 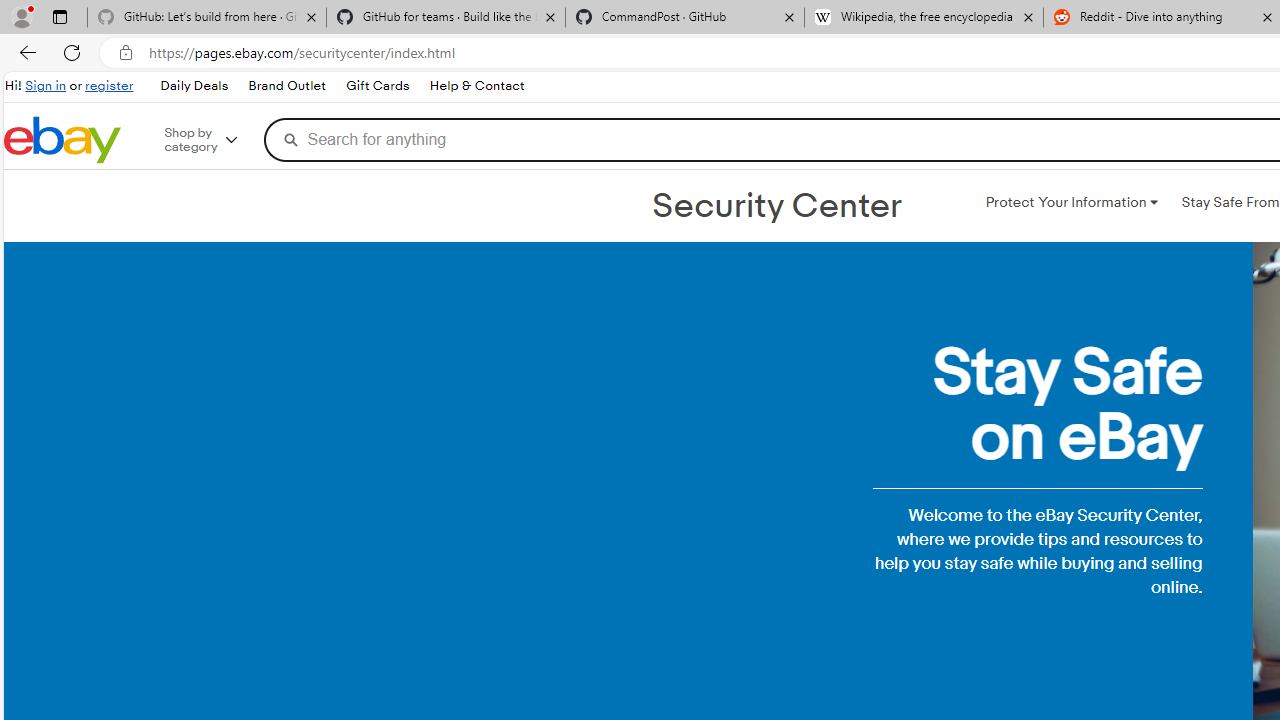 What do you see at coordinates (46, 85) in the screenshot?
I see `'Sign in'` at bounding box center [46, 85].